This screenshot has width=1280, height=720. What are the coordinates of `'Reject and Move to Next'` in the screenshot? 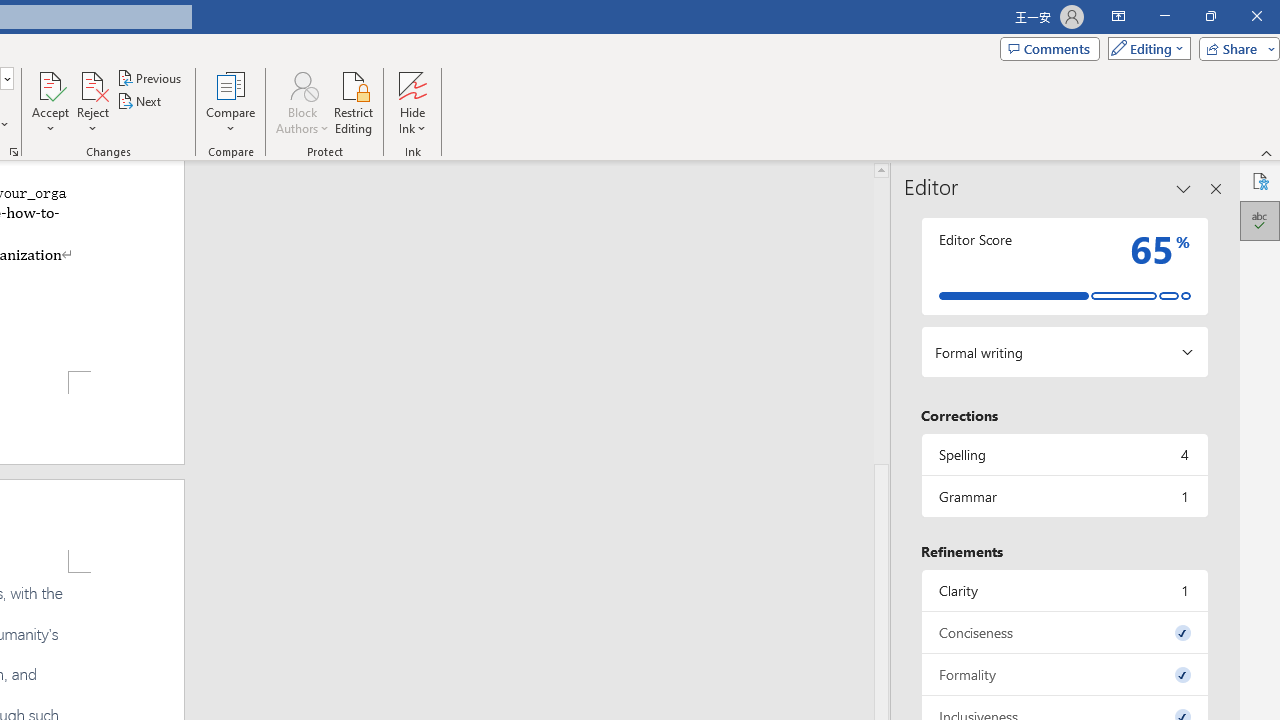 It's located at (91, 84).